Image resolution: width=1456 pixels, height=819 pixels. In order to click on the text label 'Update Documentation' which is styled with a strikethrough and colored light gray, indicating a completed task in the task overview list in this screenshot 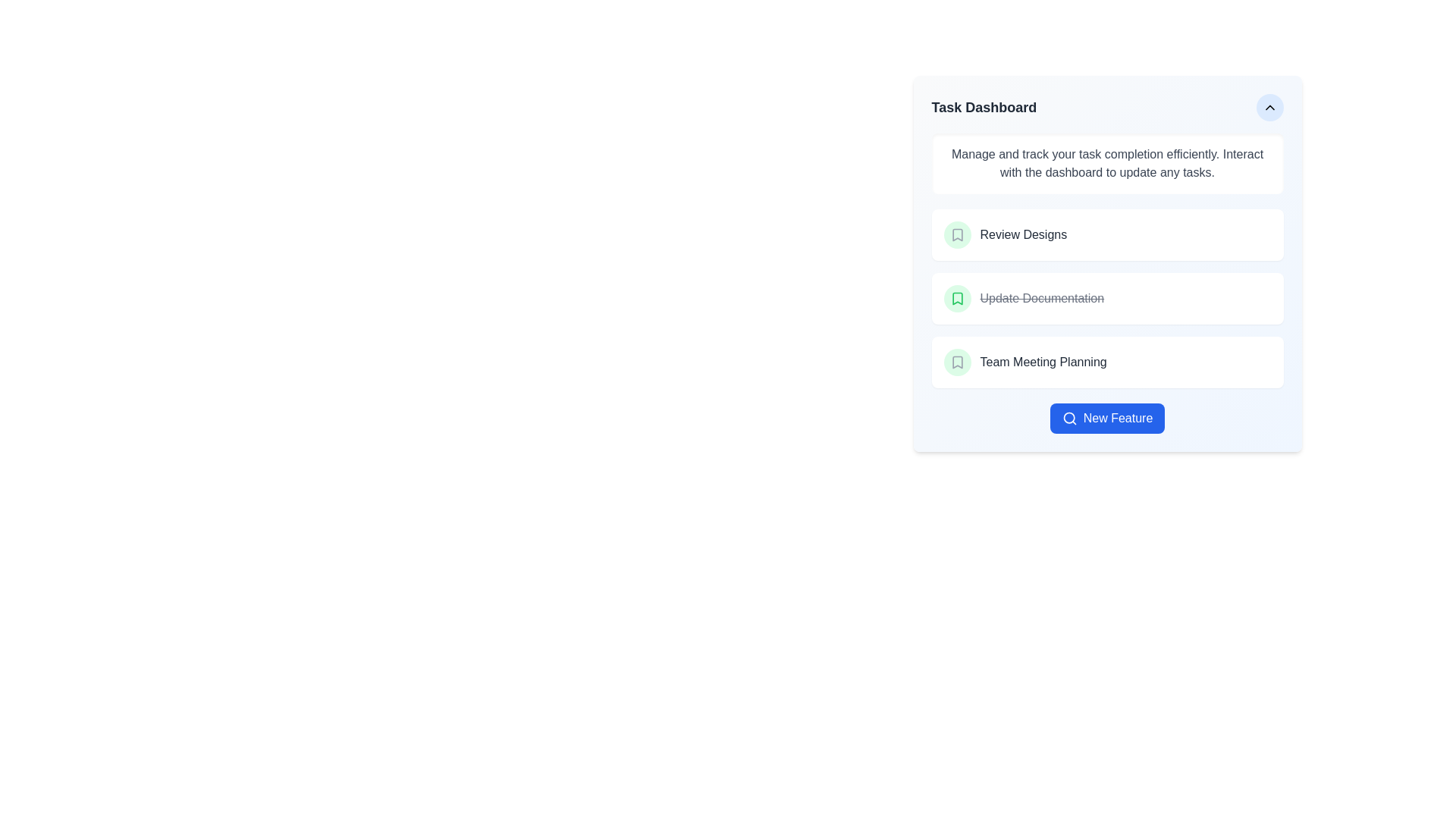, I will do `click(1041, 298)`.